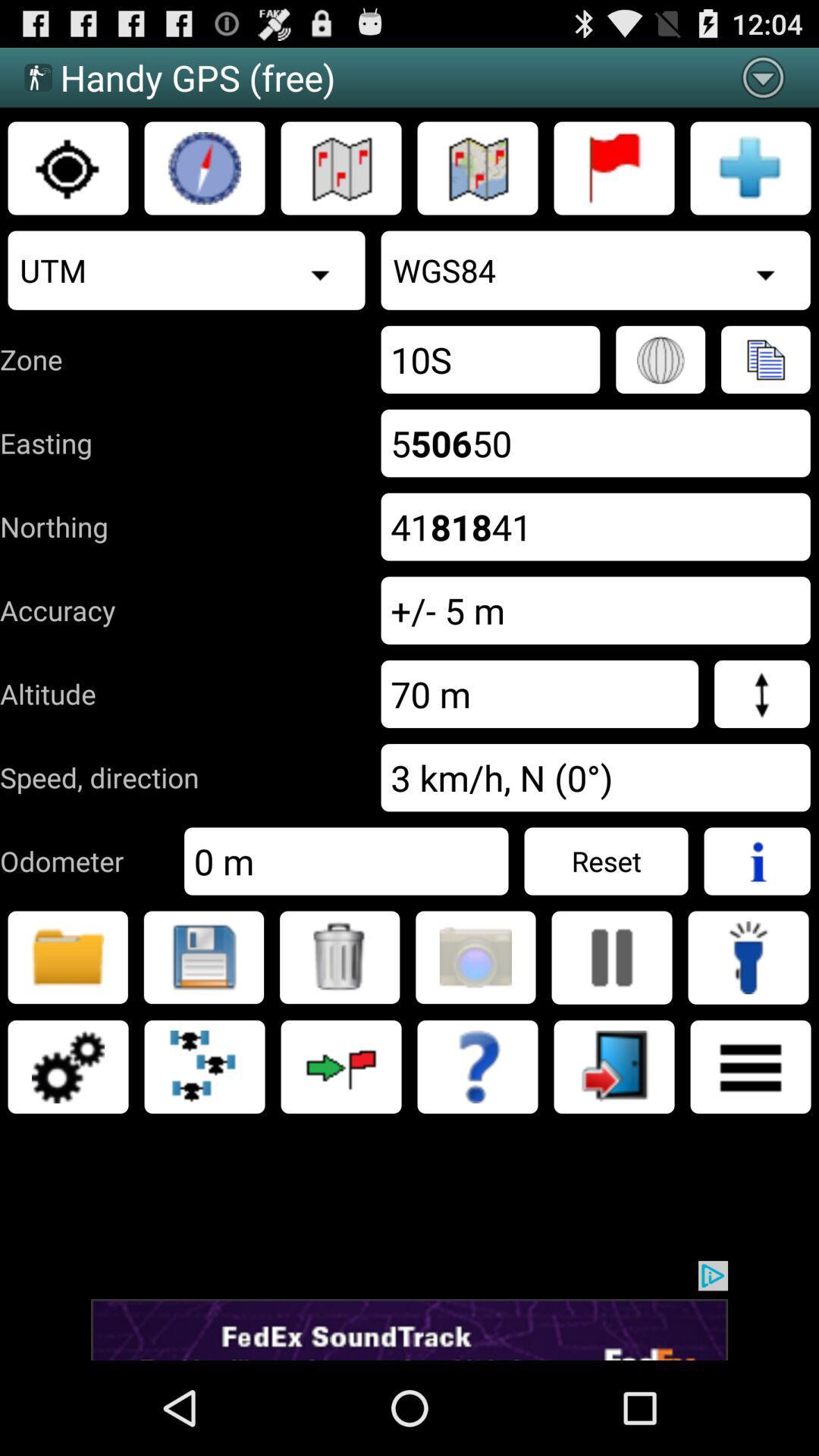  What do you see at coordinates (202, 1025) in the screenshot?
I see `the save icon` at bounding box center [202, 1025].